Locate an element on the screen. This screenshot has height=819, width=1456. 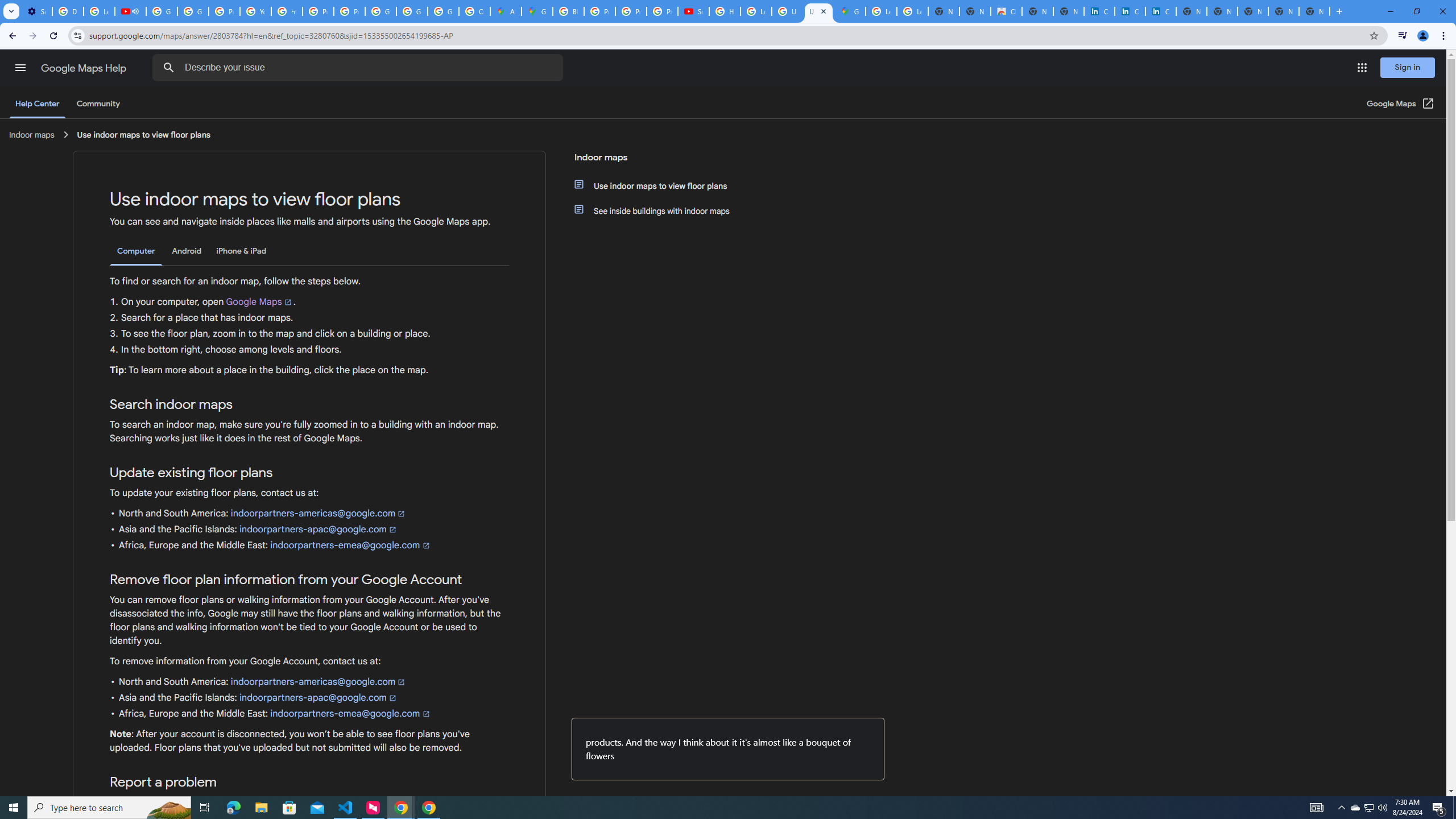
'Subscriptions - YouTube' is located at coordinates (693, 11).